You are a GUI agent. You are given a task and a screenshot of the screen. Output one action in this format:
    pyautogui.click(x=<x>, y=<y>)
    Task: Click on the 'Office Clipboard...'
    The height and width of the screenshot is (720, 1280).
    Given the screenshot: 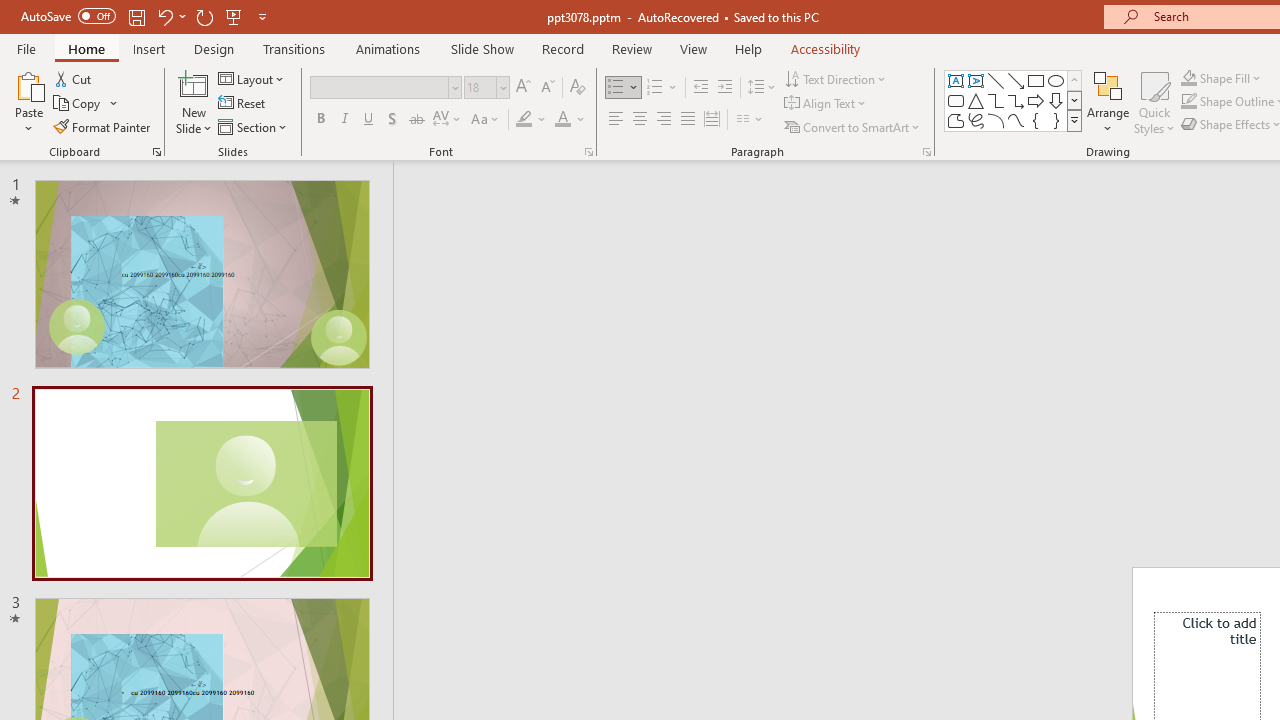 What is the action you would take?
    pyautogui.click(x=155, y=150)
    